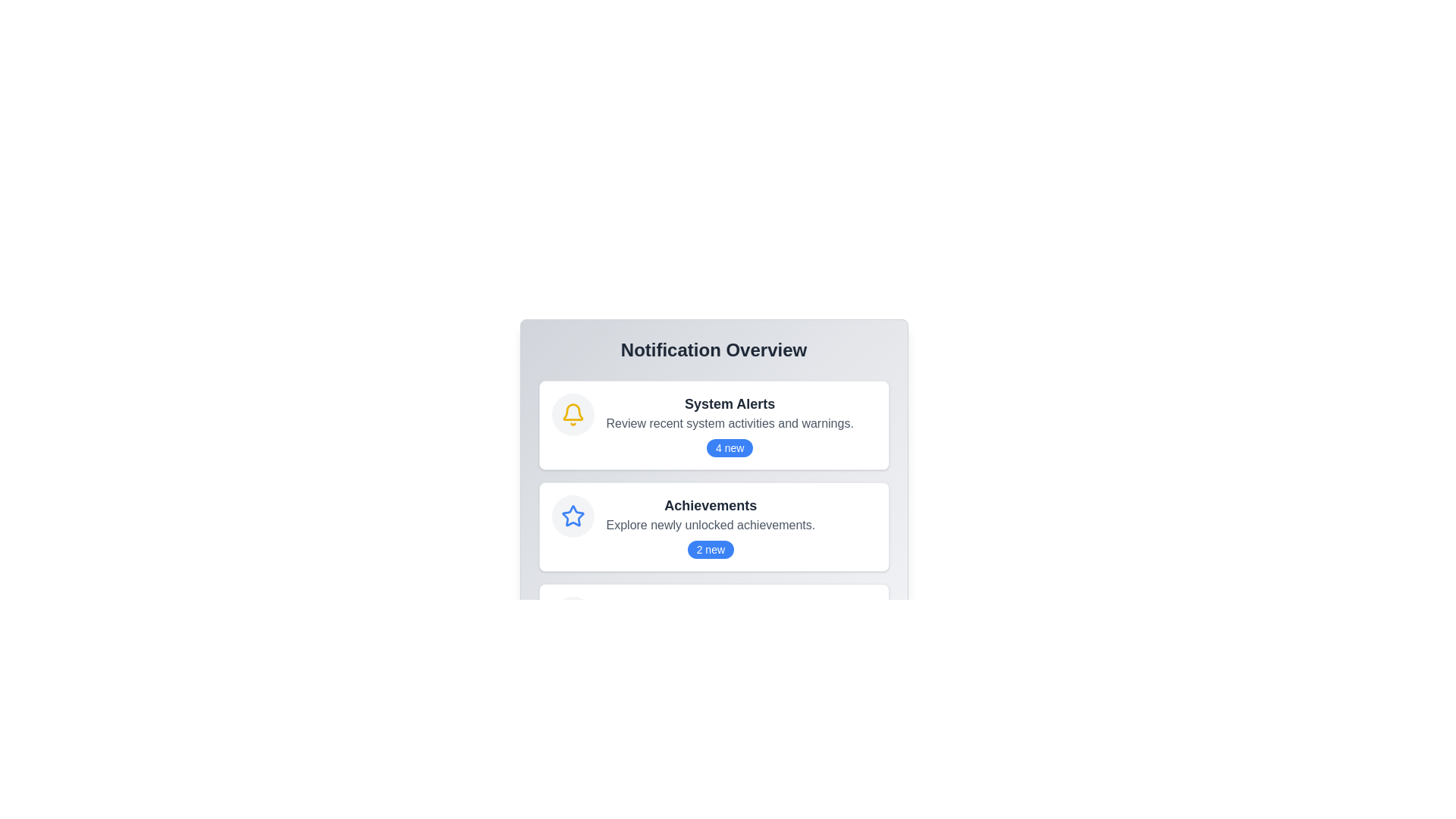  Describe the element at coordinates (710, 550) in the screenshot. I see `the Badge indicating '2 new' achievements located in the 'Achievements' section of the Notification Overview interface` at that location.